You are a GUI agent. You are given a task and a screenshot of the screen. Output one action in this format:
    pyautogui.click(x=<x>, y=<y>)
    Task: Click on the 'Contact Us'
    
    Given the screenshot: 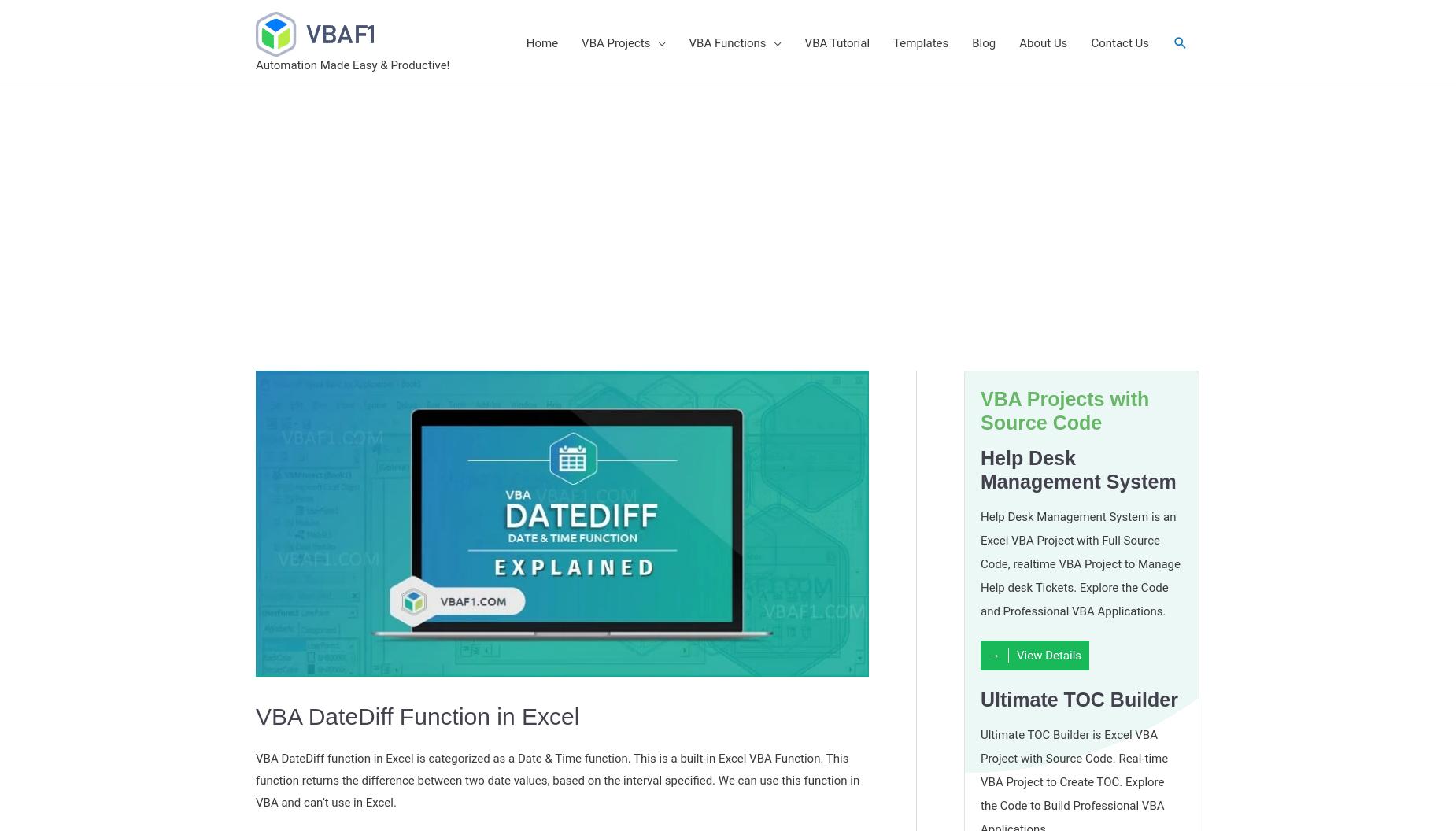 What is the action you would take?
    pyautogui.click(x=1120, y=42)
    